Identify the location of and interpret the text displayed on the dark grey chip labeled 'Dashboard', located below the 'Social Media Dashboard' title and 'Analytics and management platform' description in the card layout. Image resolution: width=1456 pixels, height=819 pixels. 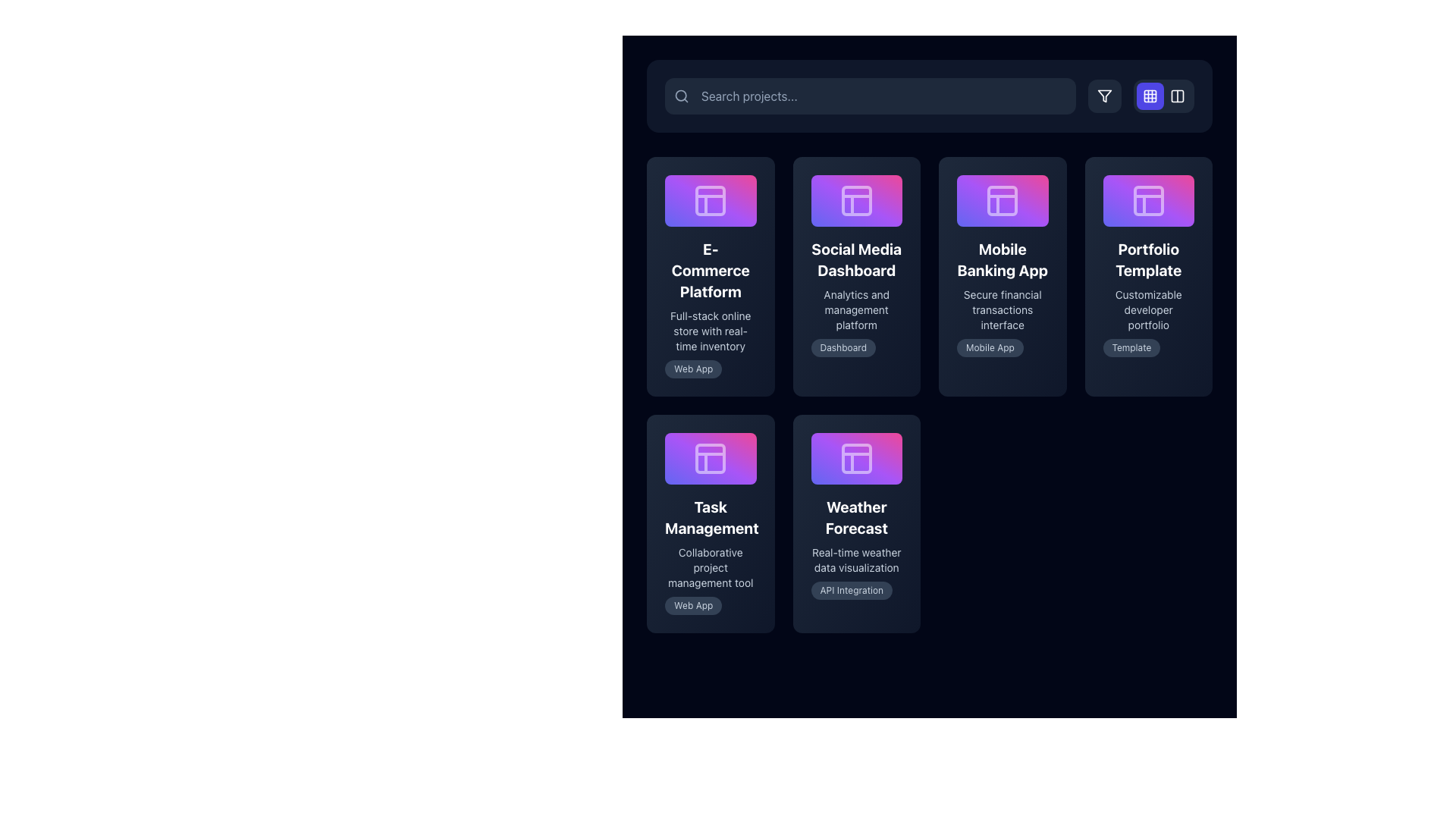
(856, 347).